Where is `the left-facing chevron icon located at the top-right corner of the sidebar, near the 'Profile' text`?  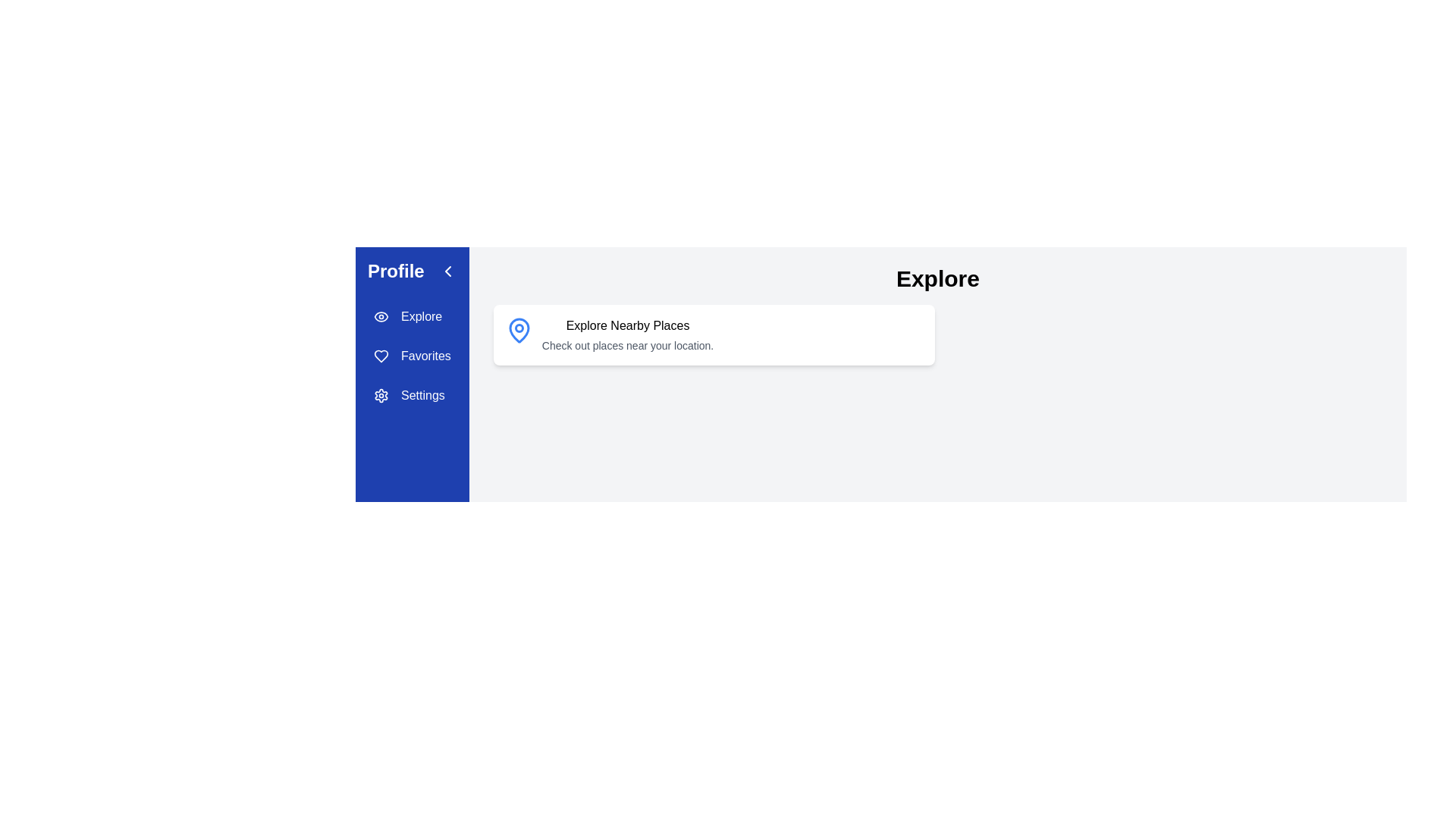 the left-facing chevron icon located at the top-right corner of the sidebar, near the 'Profile' text is located at coordinates (447, 271).